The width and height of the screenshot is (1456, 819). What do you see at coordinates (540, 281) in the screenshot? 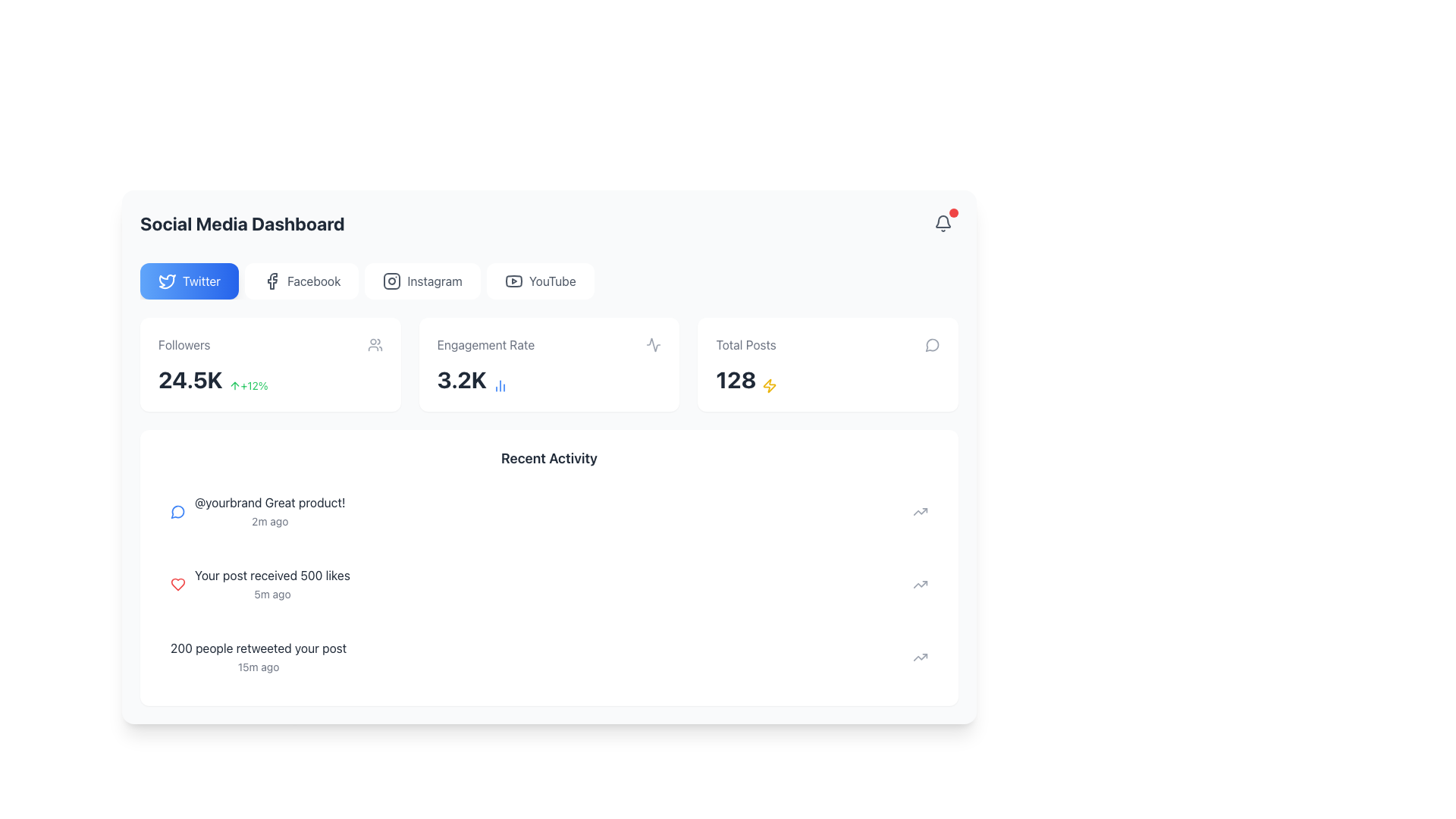
I see `the fourth button labeled 'YouTube' with a white background and a play button icon, located in the row of social media buttons above the dashboard metrics` at bounding box center [540, 281].